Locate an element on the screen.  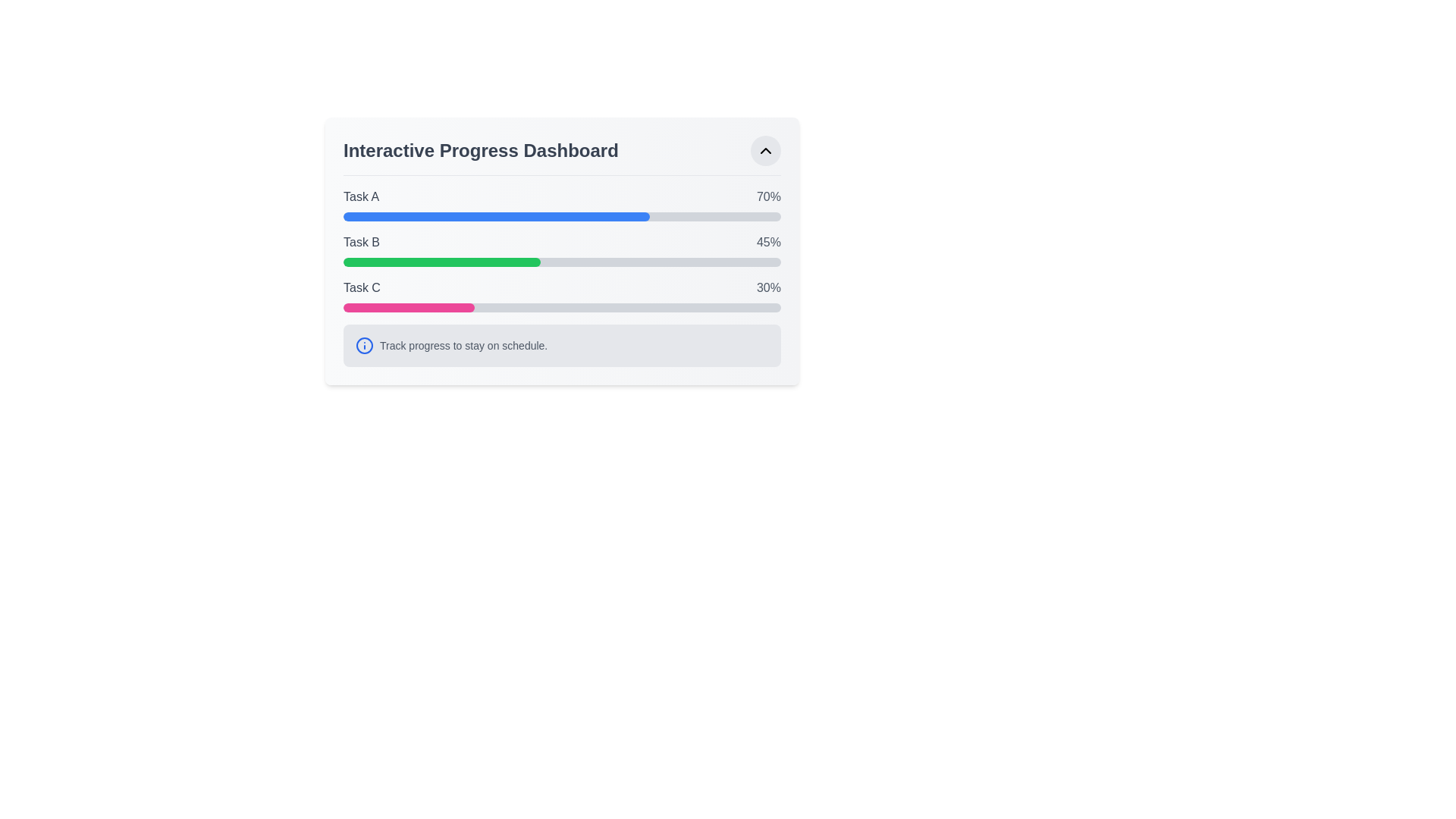
the text label displaying 'Task C' located in the third row of the progress dashboard, which is positioned adjacent to a pink progress bar is located at coordinates (361, 288).